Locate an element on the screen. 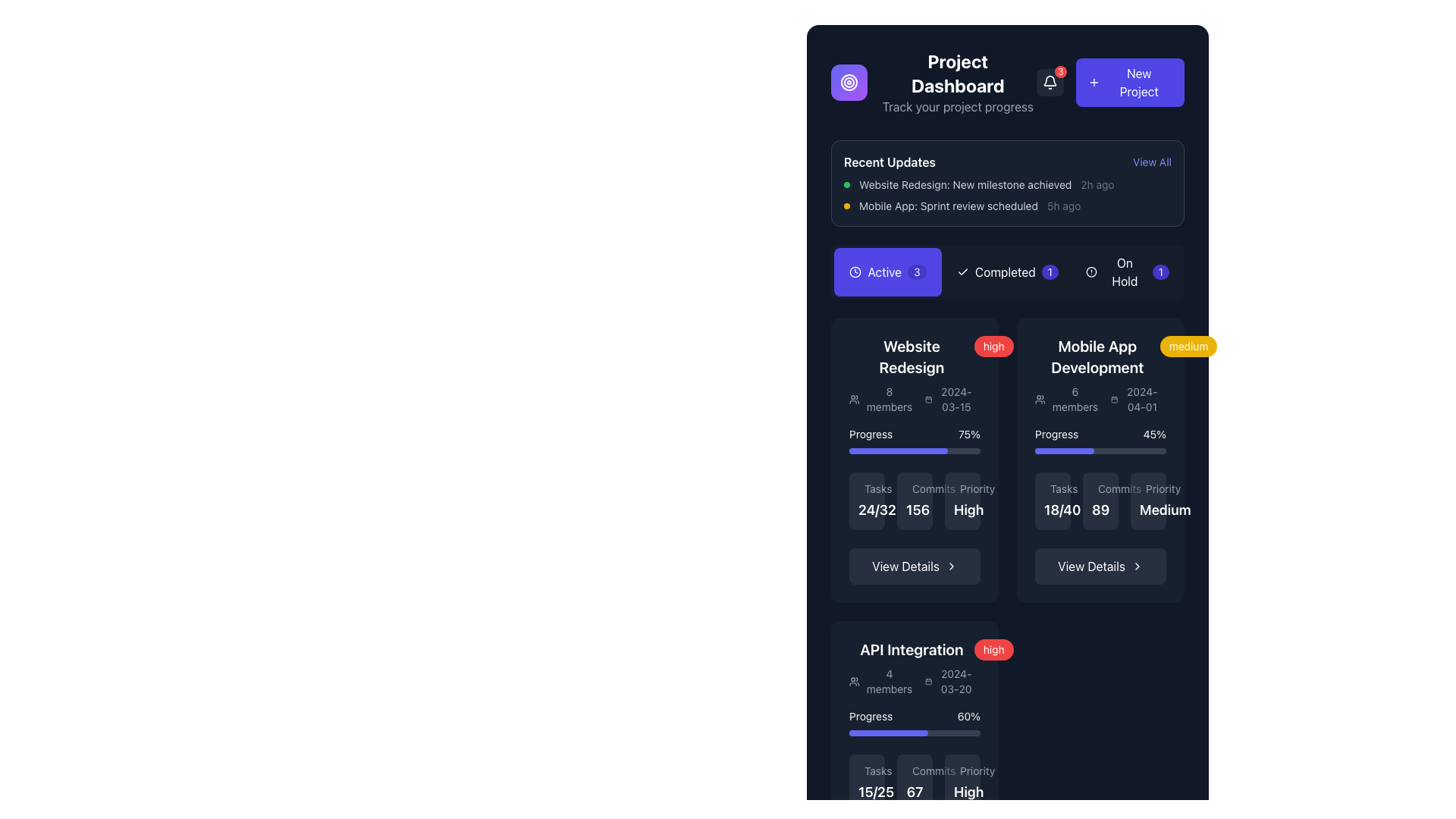  the List Item displaying the update 'Website Redesign: New milestone achieved' is located at coordinates (1008, 184).